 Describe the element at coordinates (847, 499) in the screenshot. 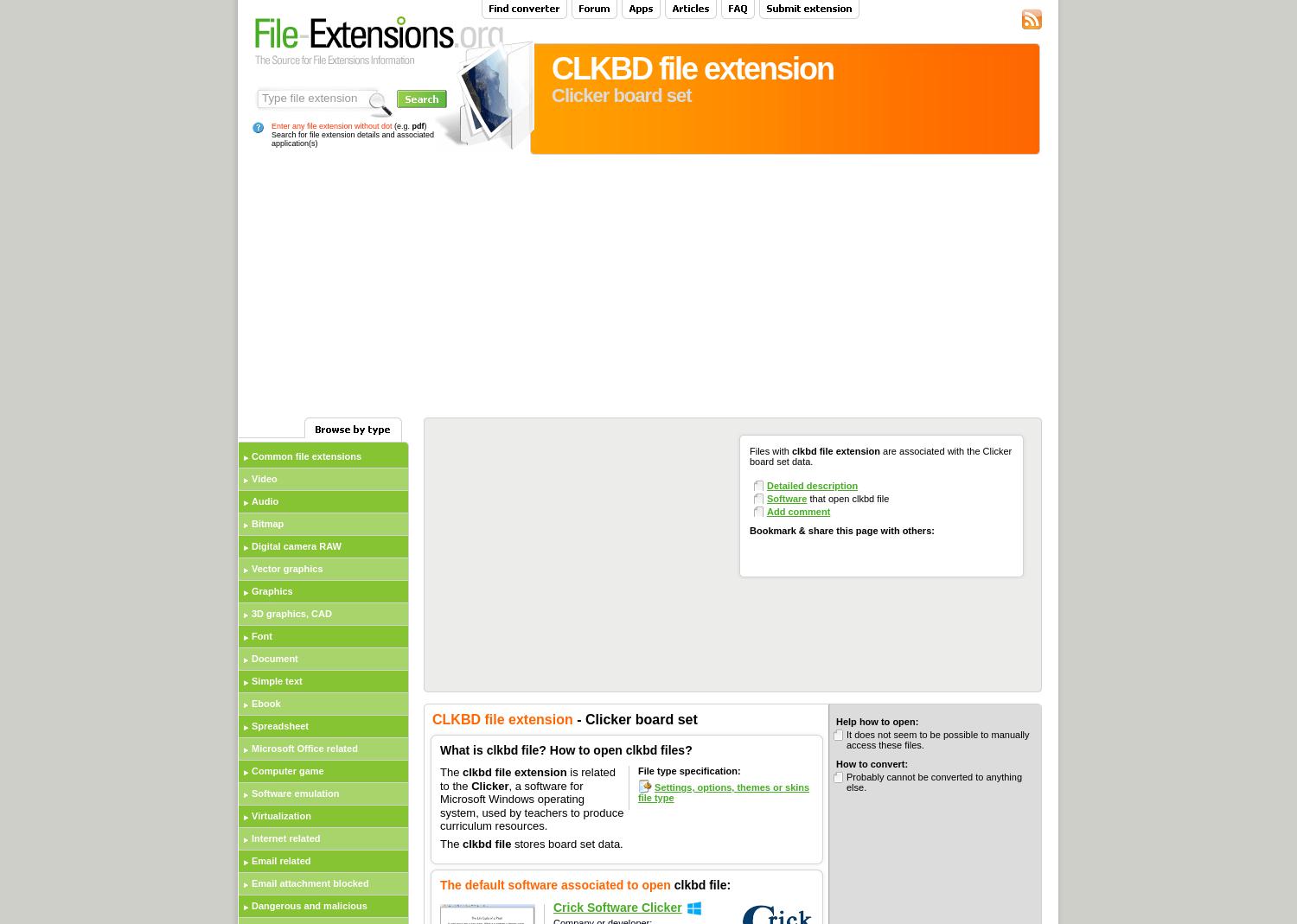

I see `'that open clkbd file'` at that location.